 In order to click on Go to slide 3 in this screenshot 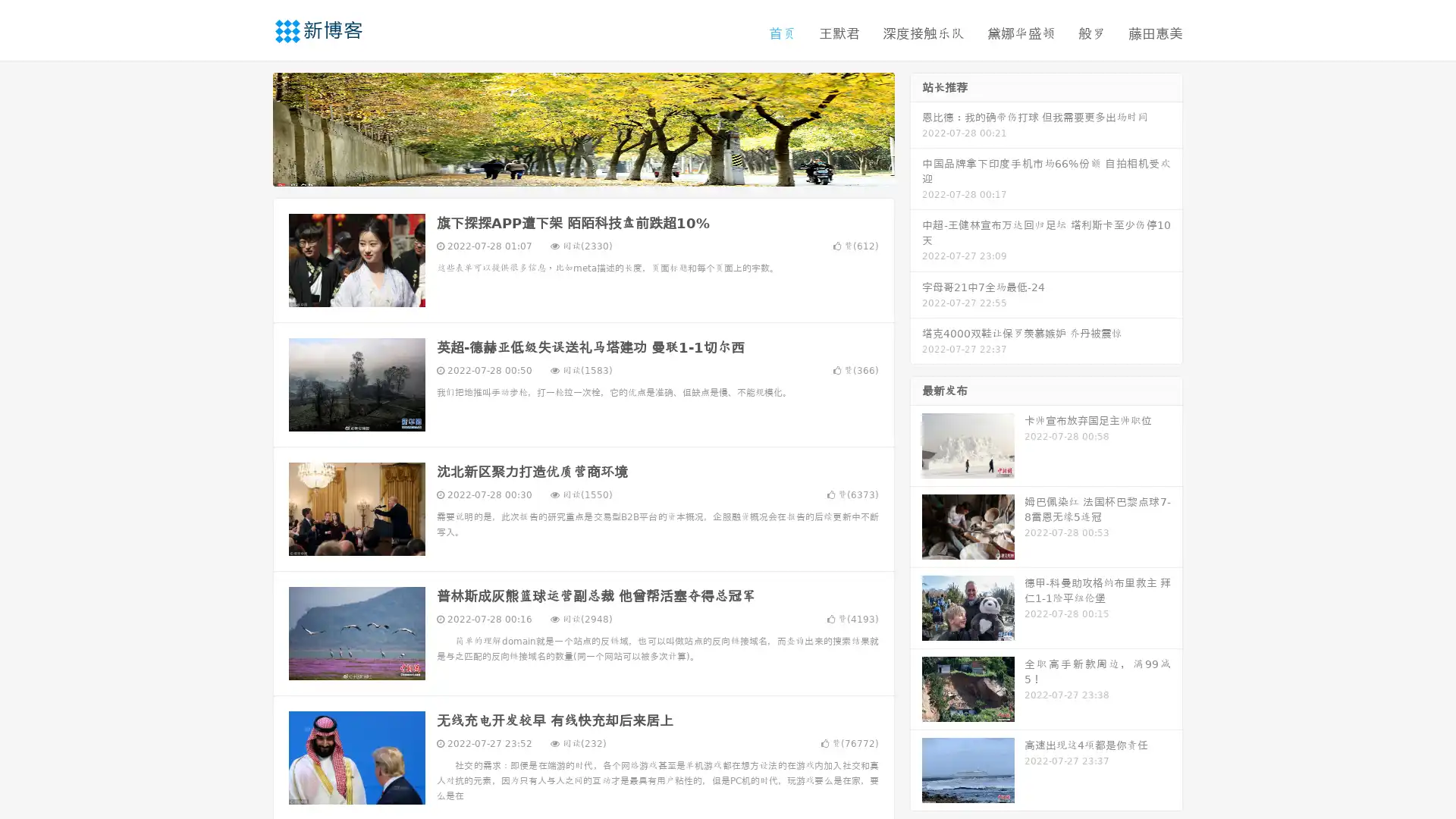, I will do `click(598, 171)`.